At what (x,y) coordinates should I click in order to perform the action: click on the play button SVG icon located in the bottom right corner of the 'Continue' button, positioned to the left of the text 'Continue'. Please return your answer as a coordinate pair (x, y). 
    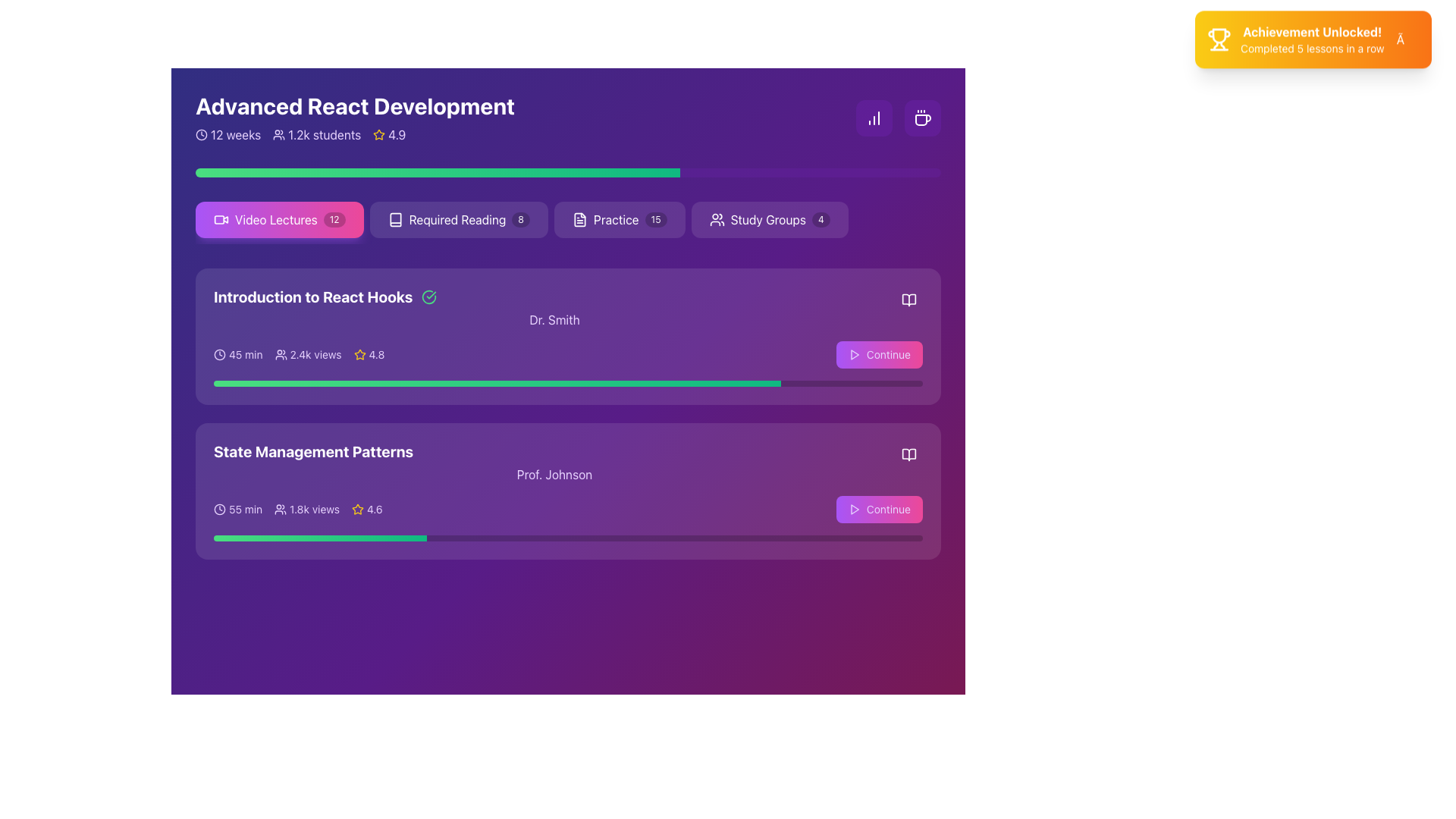
    Looking at the image, I should click on (854, 354).